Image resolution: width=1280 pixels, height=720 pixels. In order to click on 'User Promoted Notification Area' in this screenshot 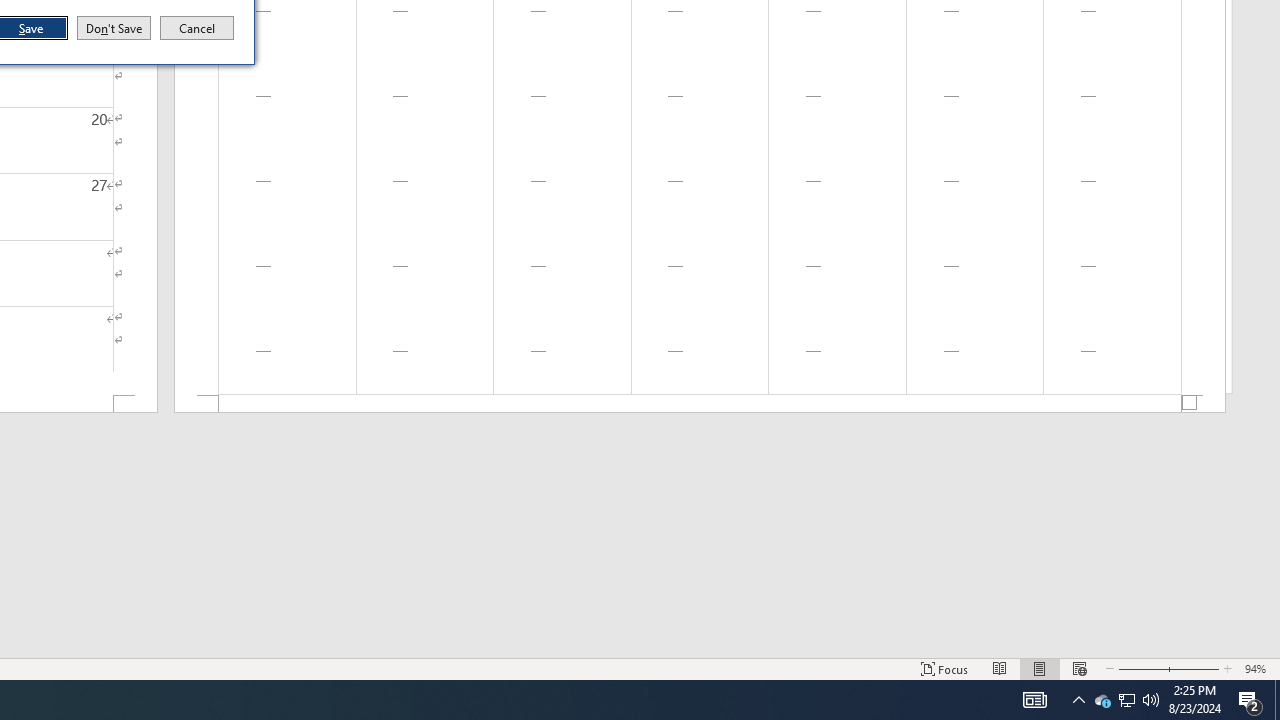, I will do `click(1127, 698)`.